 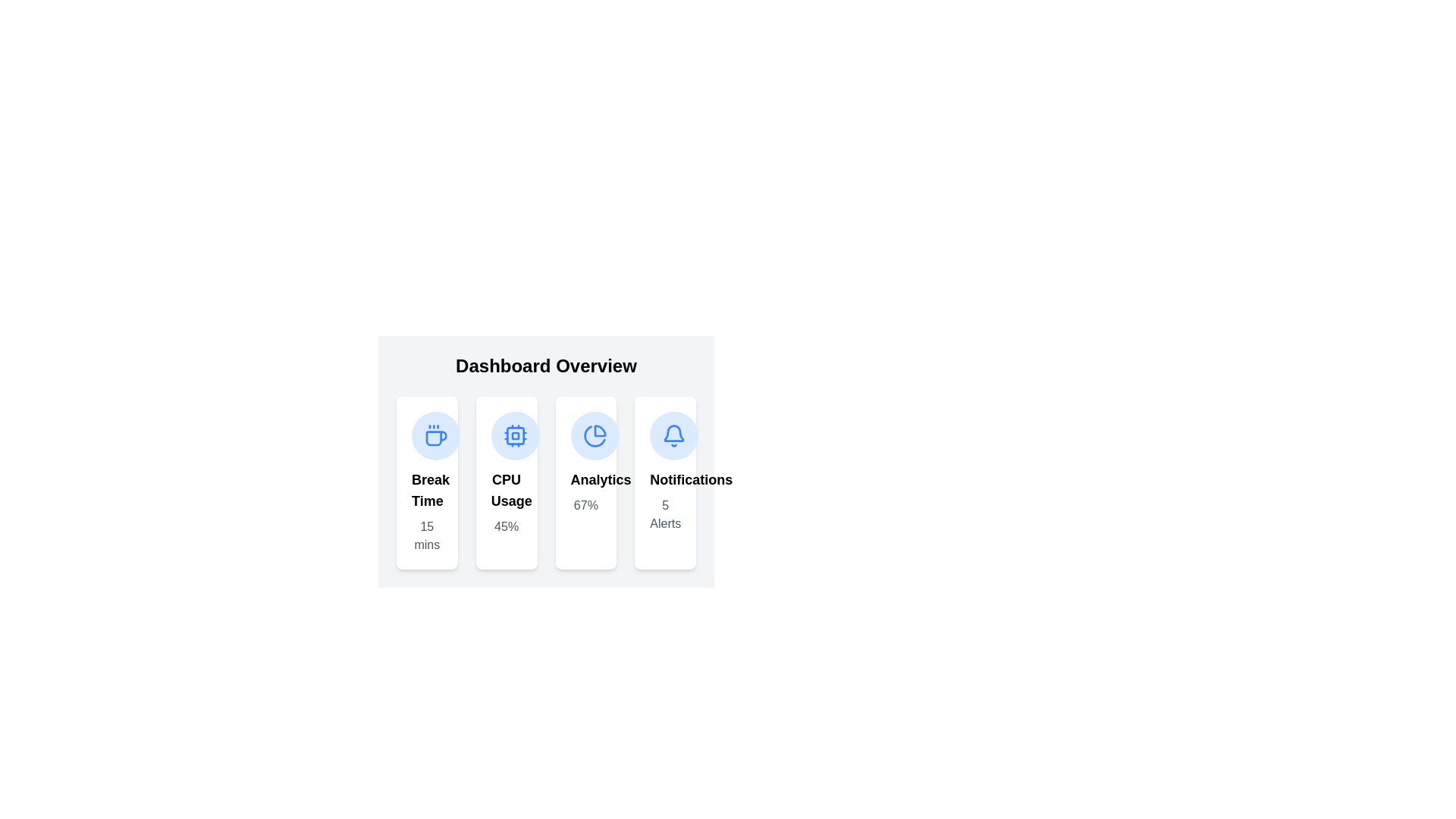 I want to click on the informational card displaying 'CPU Usage' with a blue CPU chip icon above it, which is located in the second position of a horizontal row of four items, so click(x=507, y=482).